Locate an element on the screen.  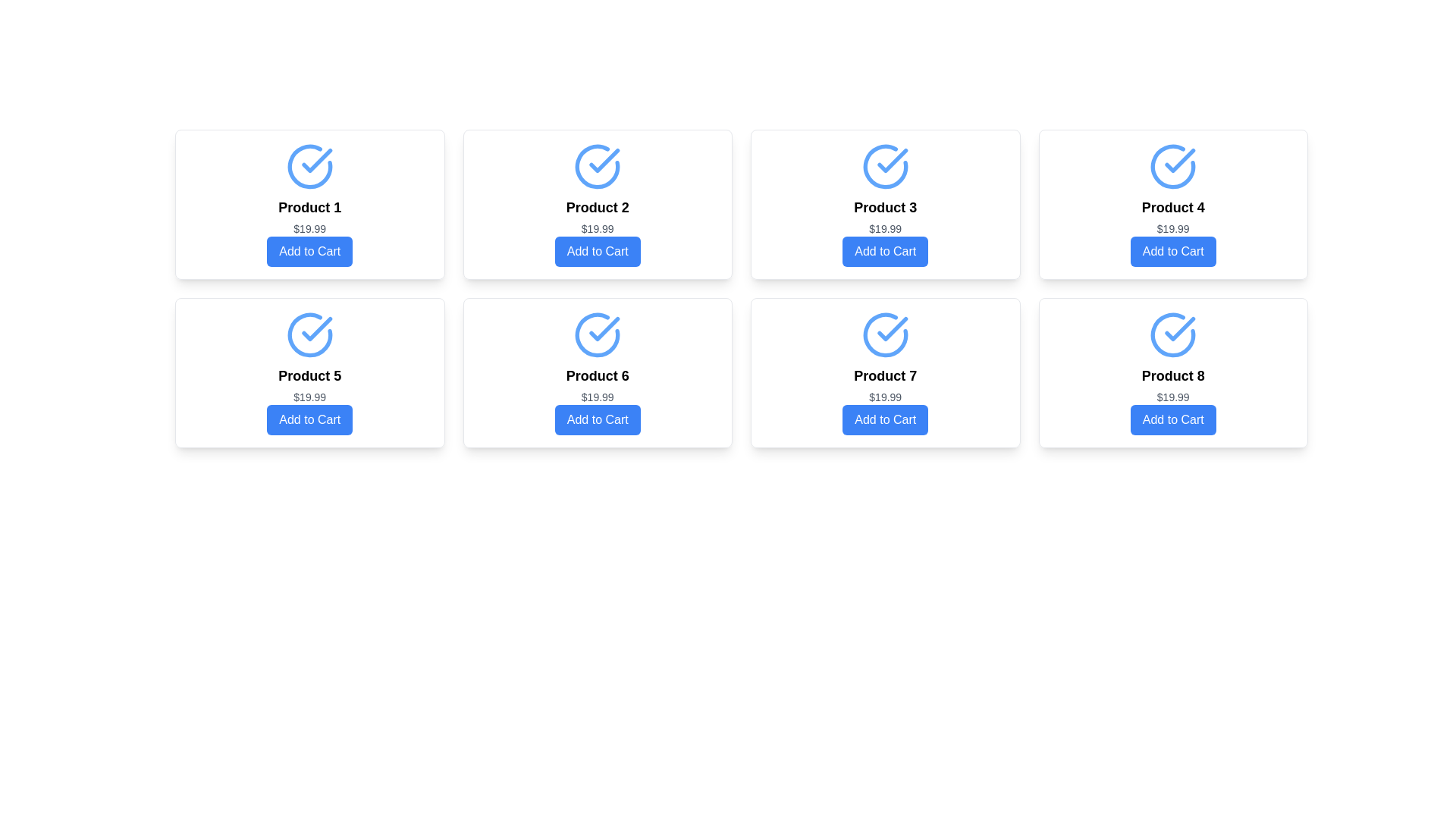
the card labeled 'Product 7', which is the seventh card in a grid layout positioned in the second row and third column is located at coordinates (885, 373).